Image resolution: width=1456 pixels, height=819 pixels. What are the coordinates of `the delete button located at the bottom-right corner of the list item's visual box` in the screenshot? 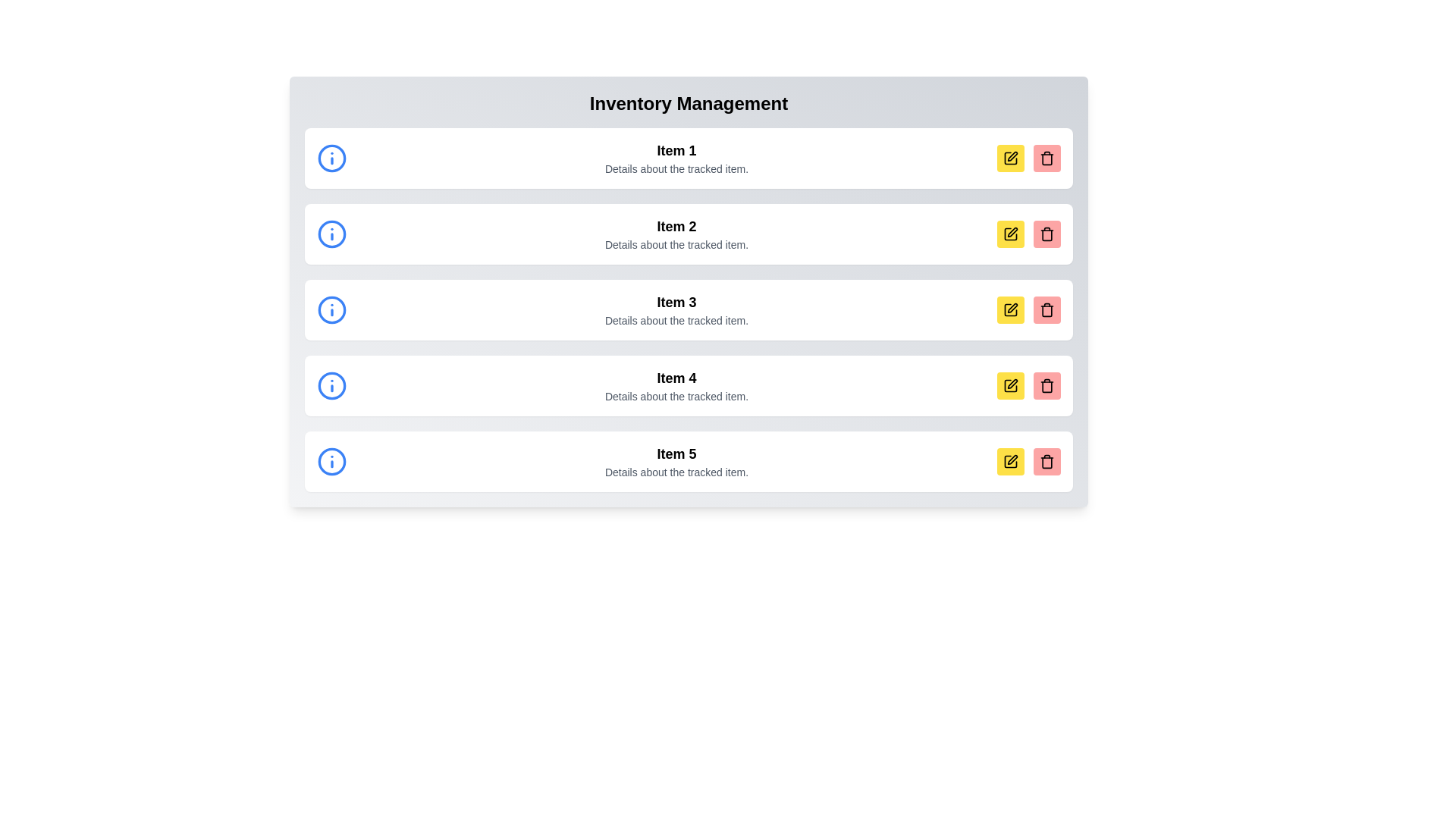 It's located at (1046, 309).